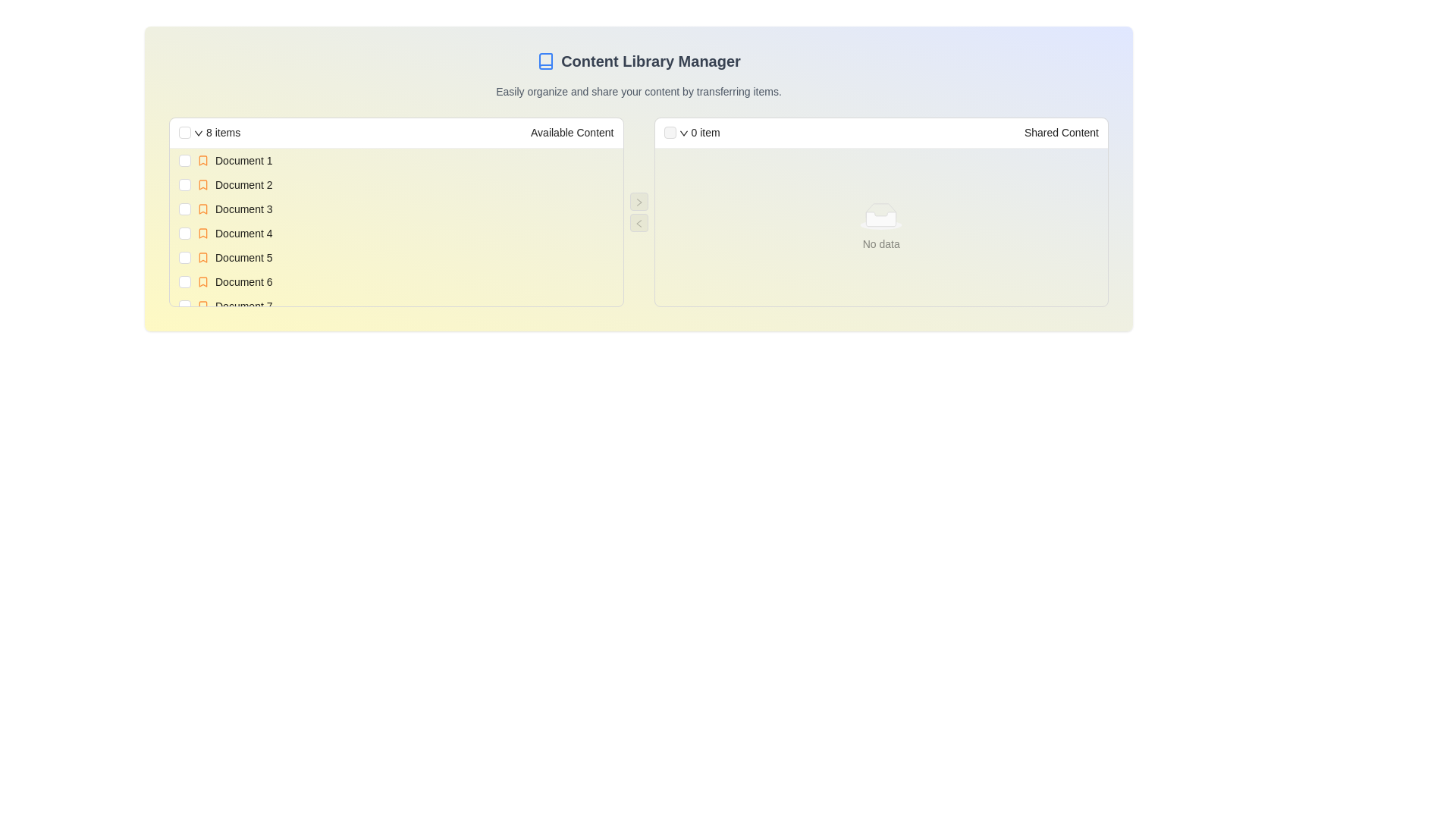  I want to click on the Dropdown menu indicator icon located in the right-hand list labeled 'Shared Content', so click(682, 133).